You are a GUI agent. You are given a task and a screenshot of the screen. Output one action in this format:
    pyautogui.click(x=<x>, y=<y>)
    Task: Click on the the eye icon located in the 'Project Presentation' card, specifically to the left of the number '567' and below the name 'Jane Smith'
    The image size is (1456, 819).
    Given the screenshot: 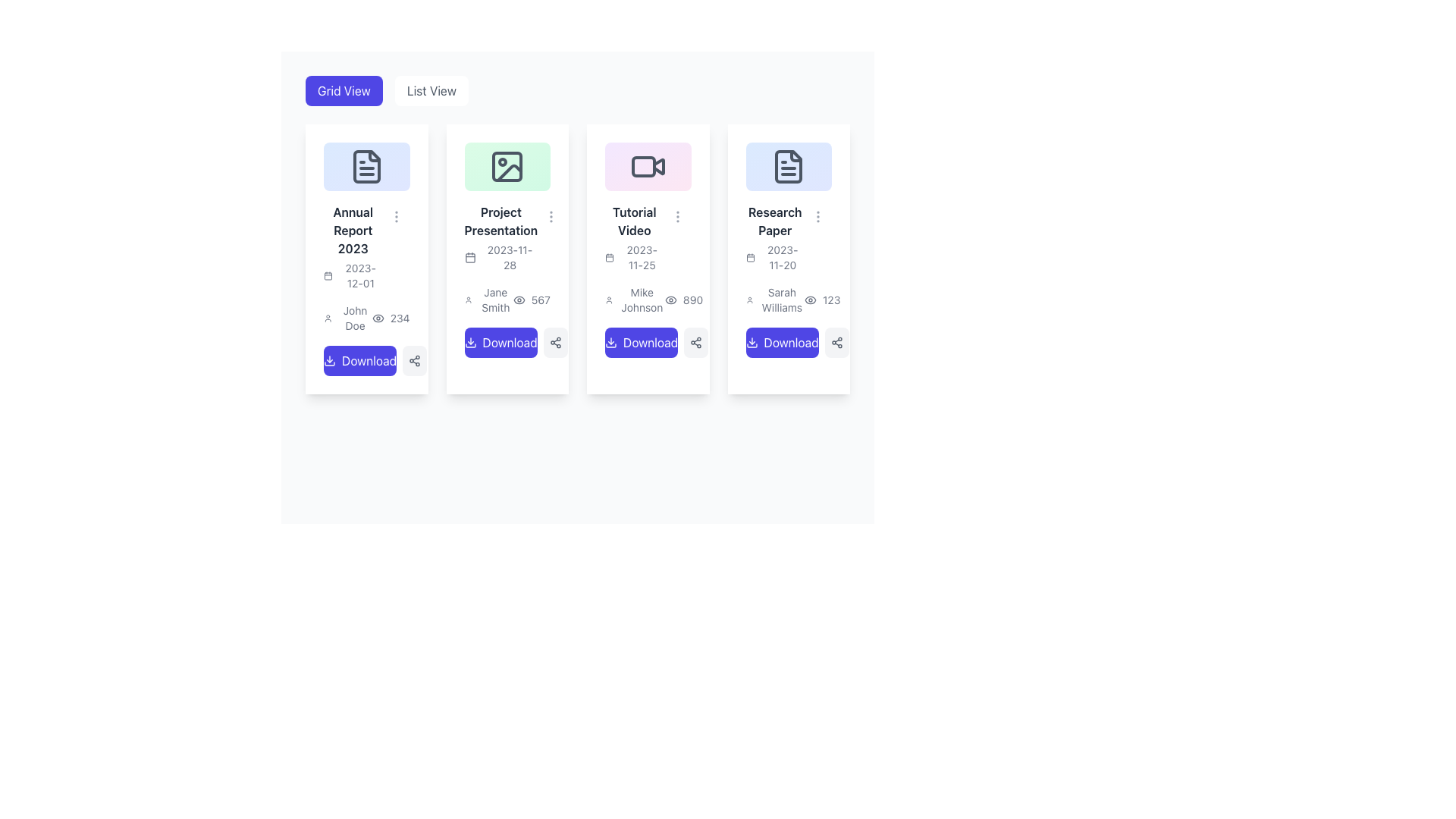 What is the action you would take?
    pyautogui.click(x=519, y=300)
    